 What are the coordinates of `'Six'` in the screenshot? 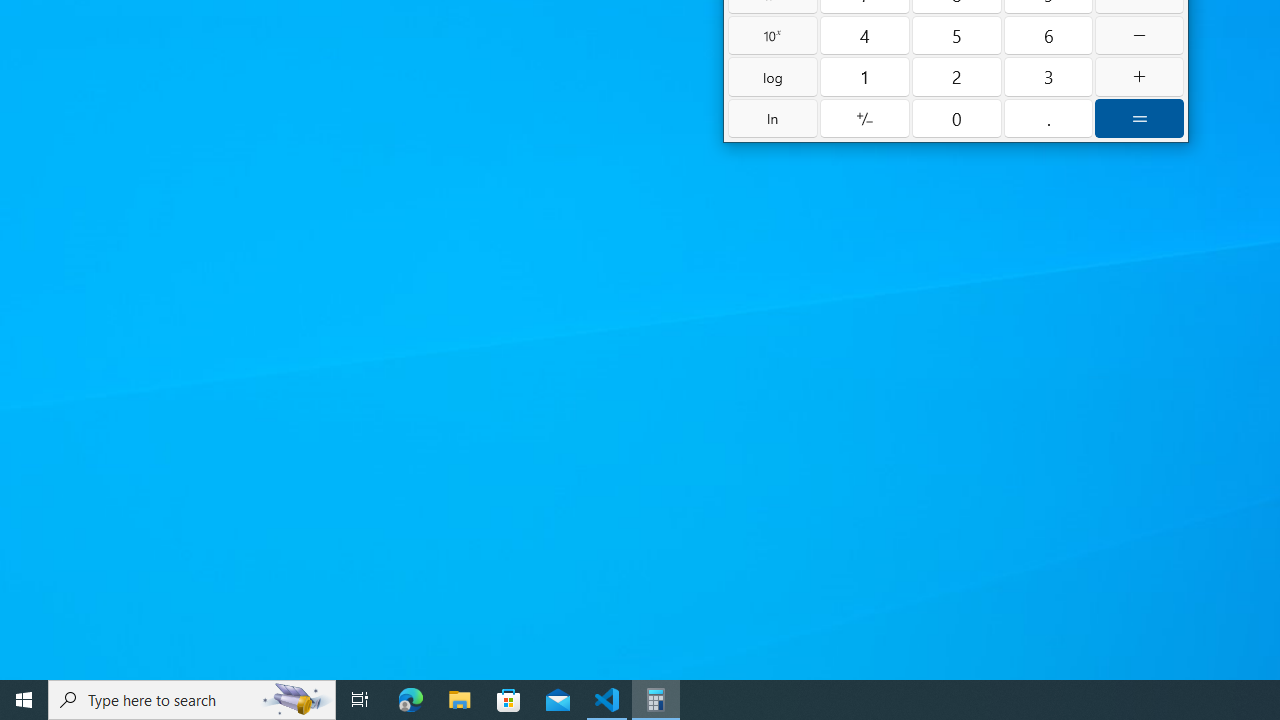 It's located at (1047, 35).